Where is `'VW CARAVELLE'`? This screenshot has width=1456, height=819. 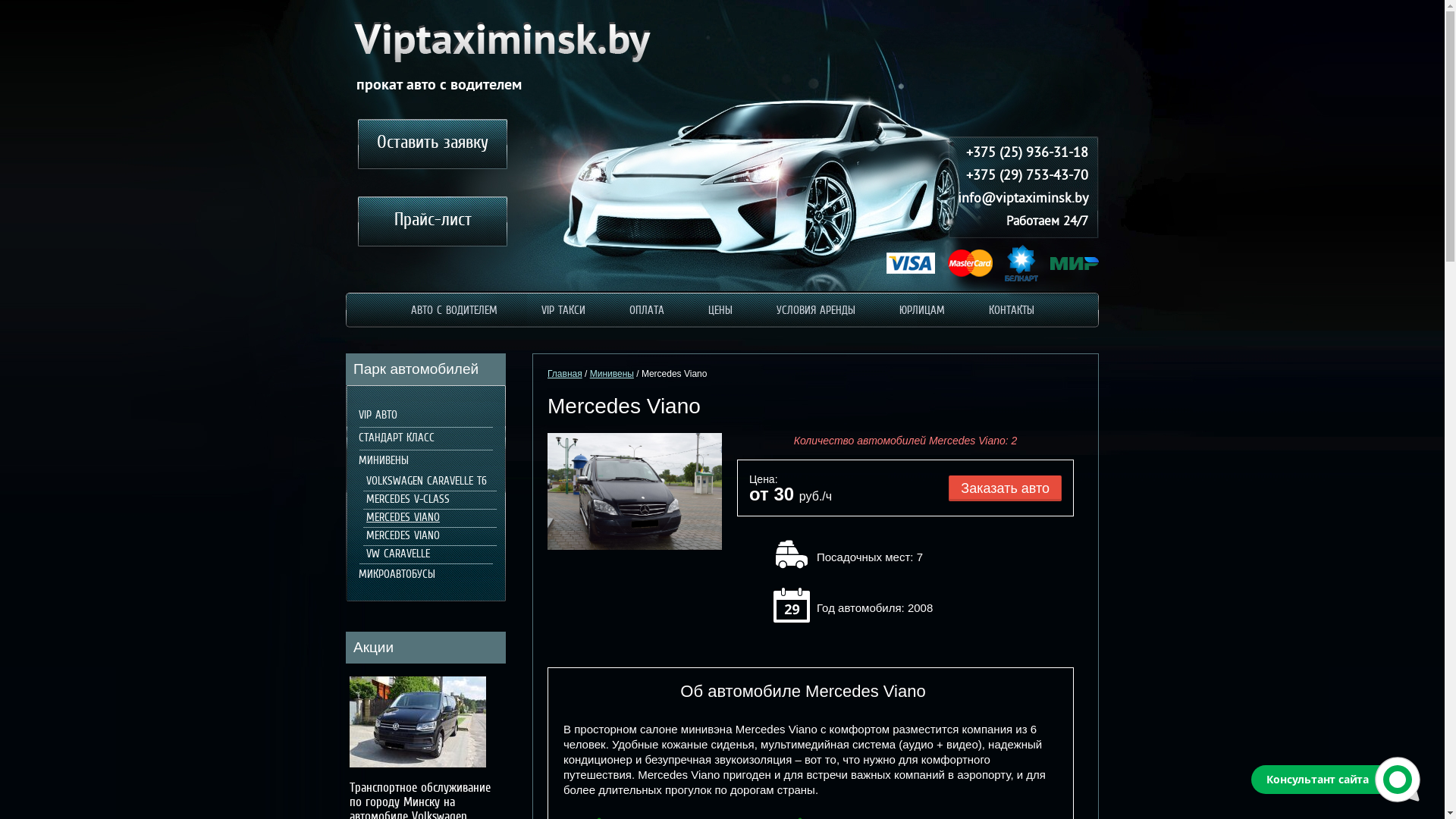
'VW CARAVELLE' is located at coordinates (395, 554).